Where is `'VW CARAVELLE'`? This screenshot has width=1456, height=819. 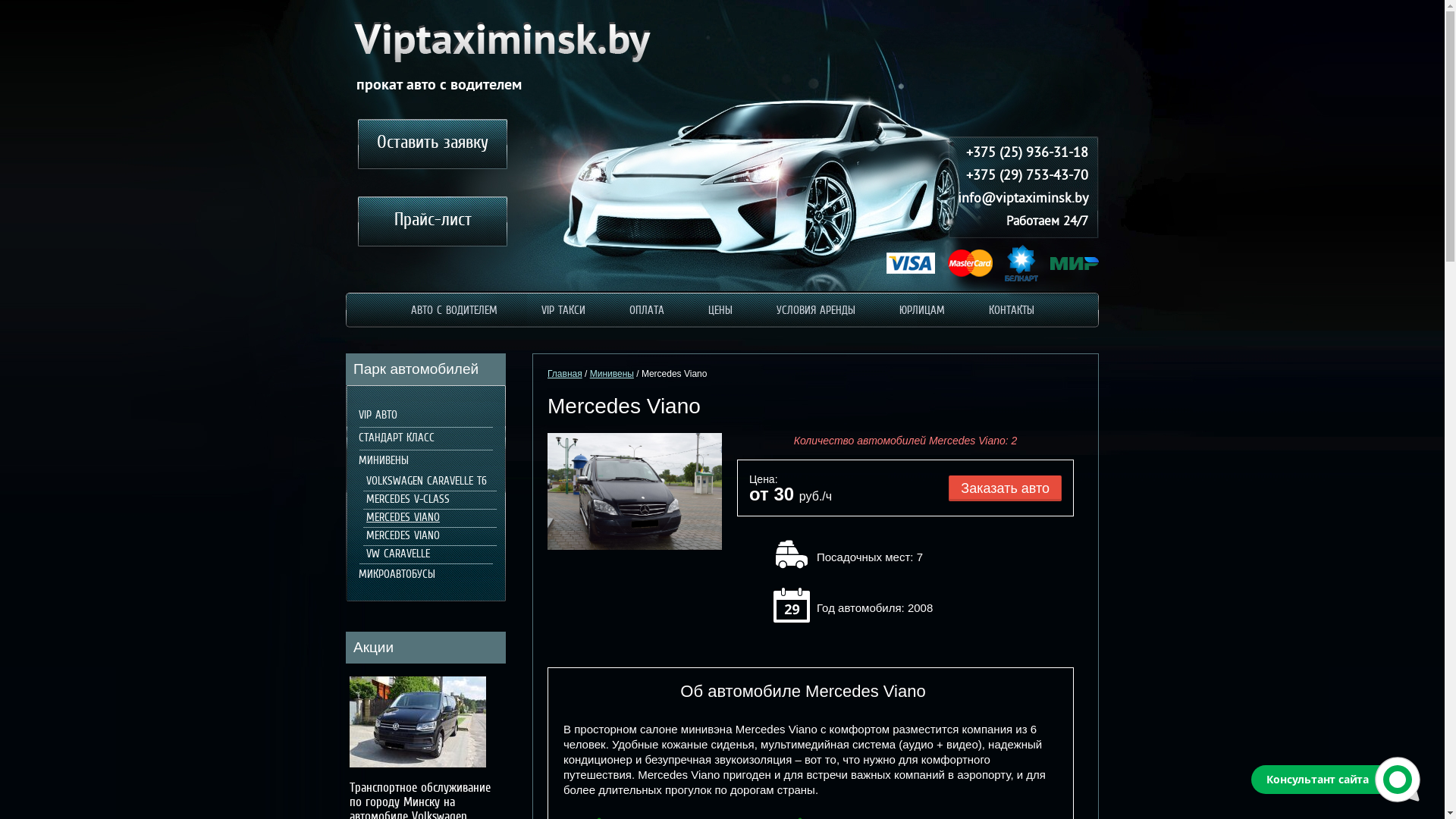
'VW CARAVELLE' is located at coordinates (395, 554).